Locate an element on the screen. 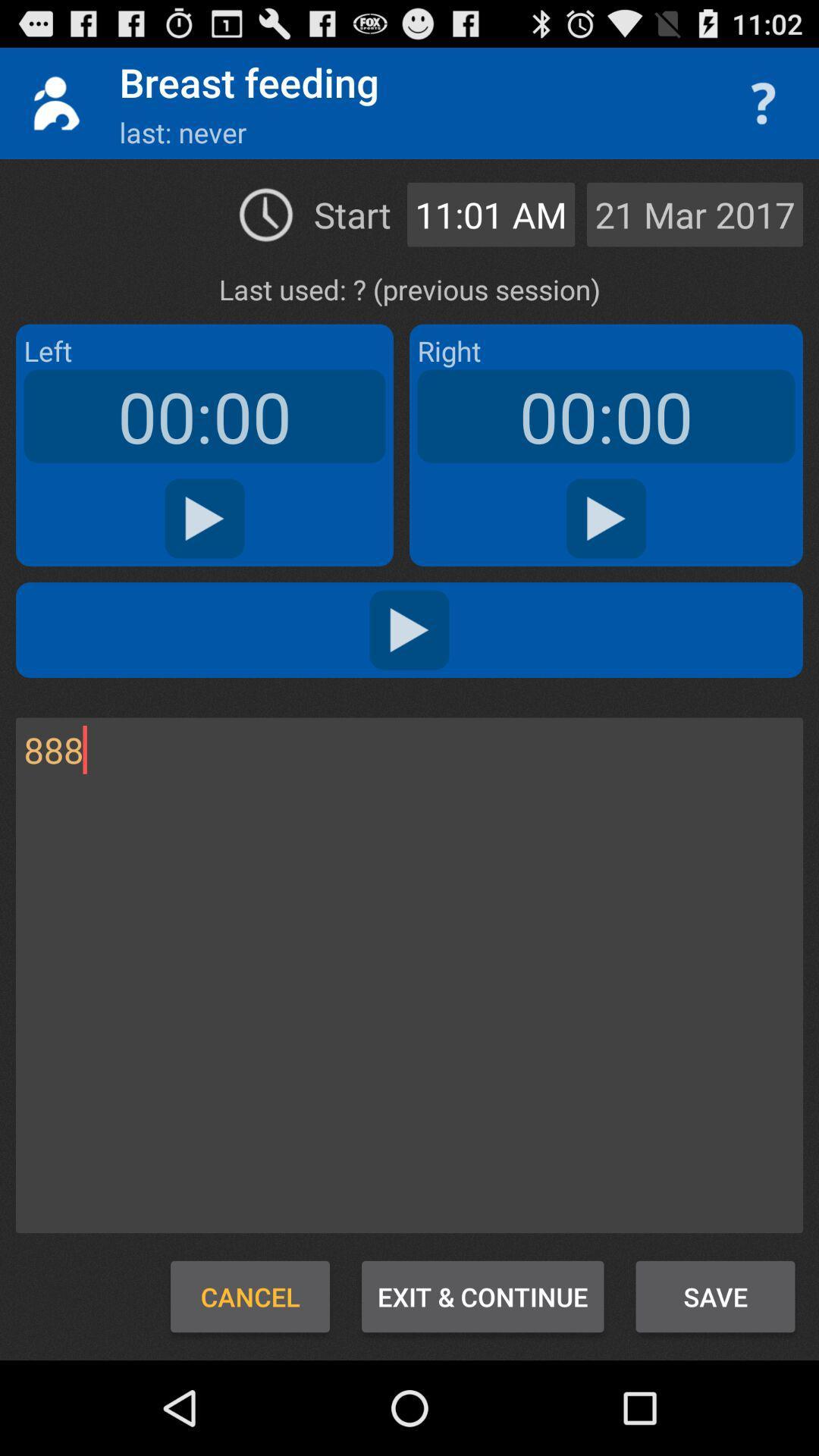  the play icon is located at coordinates (409, 673).